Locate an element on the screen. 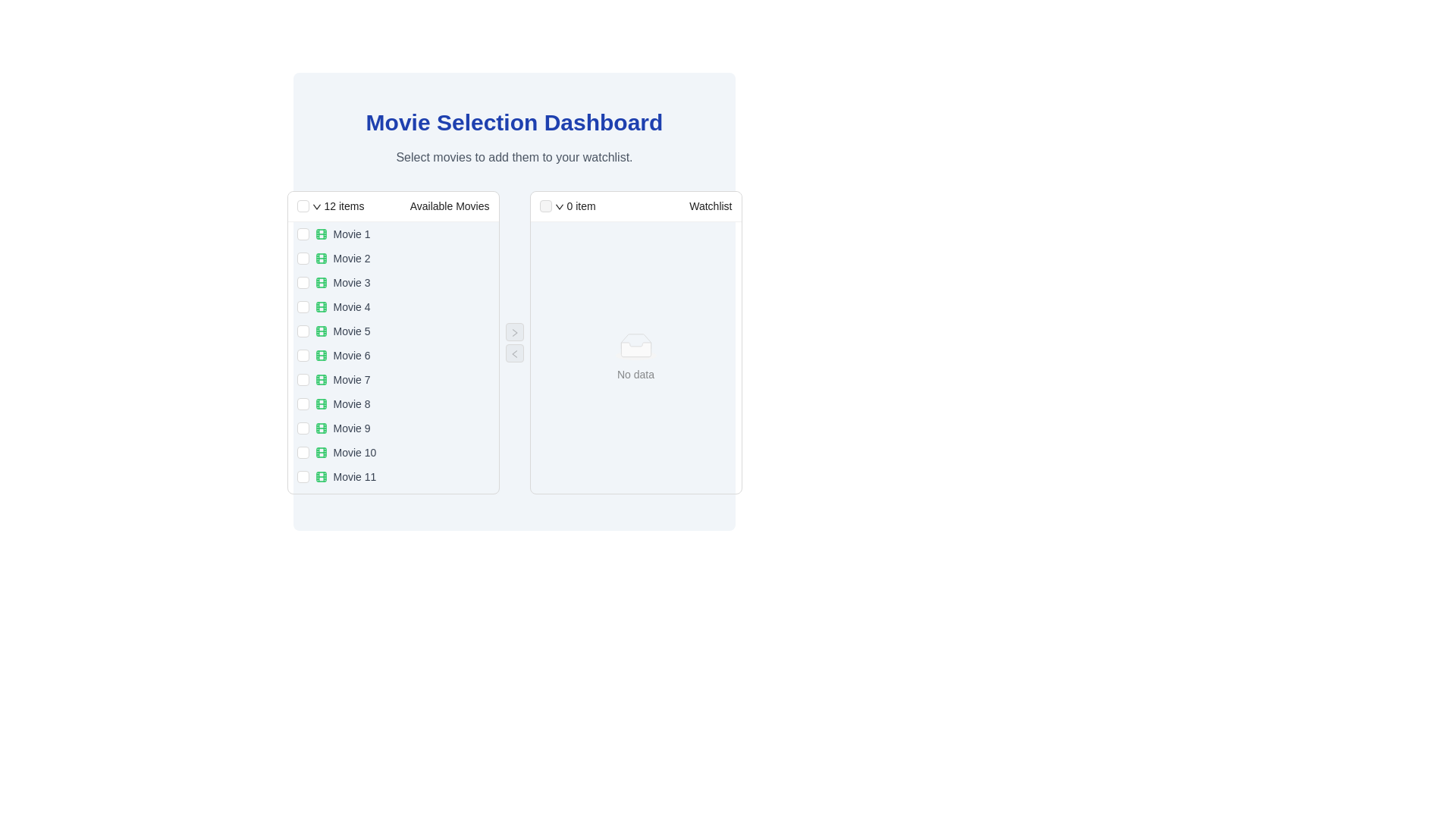 This screenshot has height=819, width=1456. the checkbox for 'Movie 3' to mark it as selected is located at coordinates (303, 283).